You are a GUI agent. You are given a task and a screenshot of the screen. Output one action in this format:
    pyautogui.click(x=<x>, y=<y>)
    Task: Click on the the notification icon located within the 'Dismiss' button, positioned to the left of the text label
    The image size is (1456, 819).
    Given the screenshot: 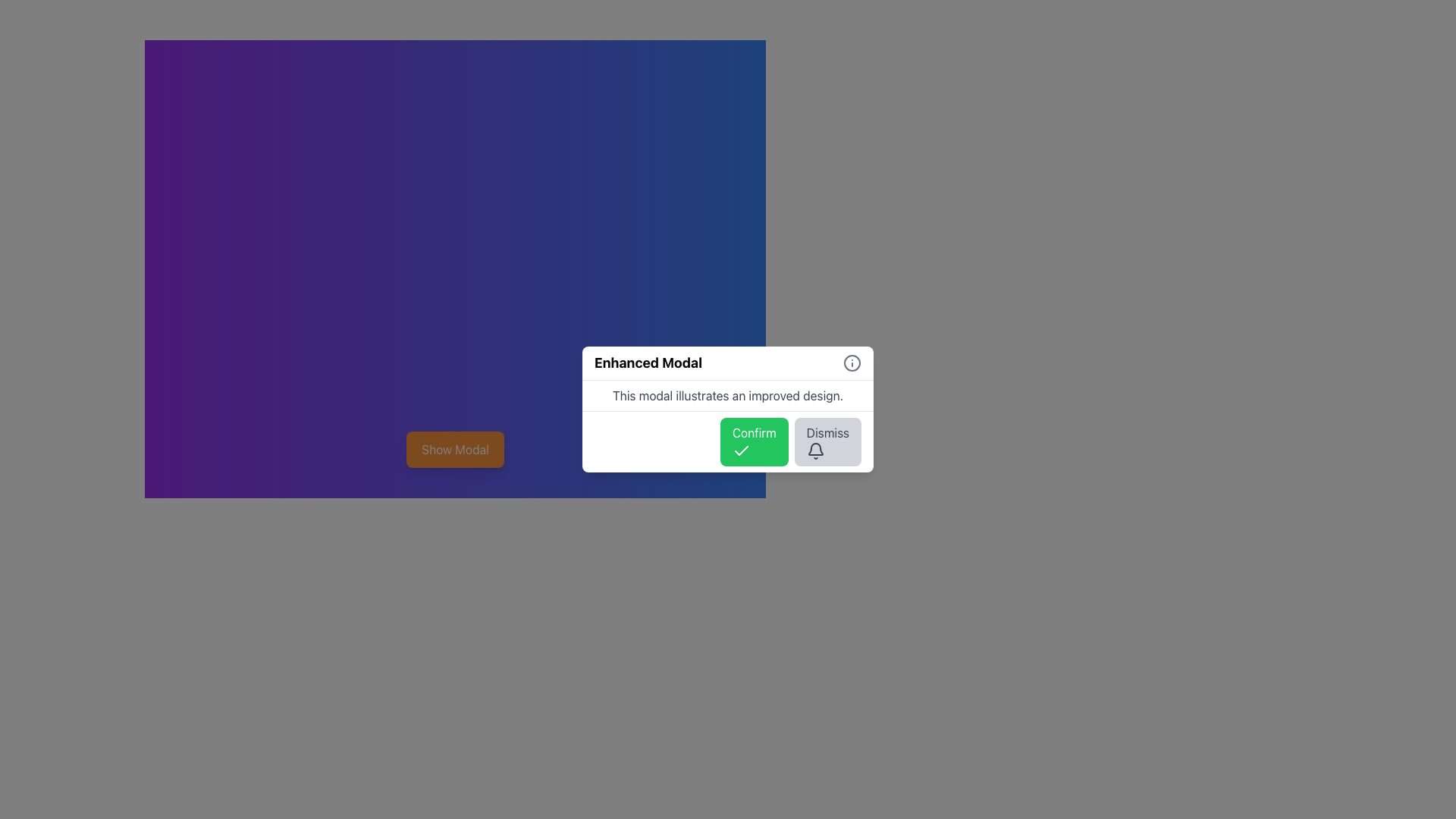 What is the action you would take?
    pyautogui.click(x=814, y=450)
    